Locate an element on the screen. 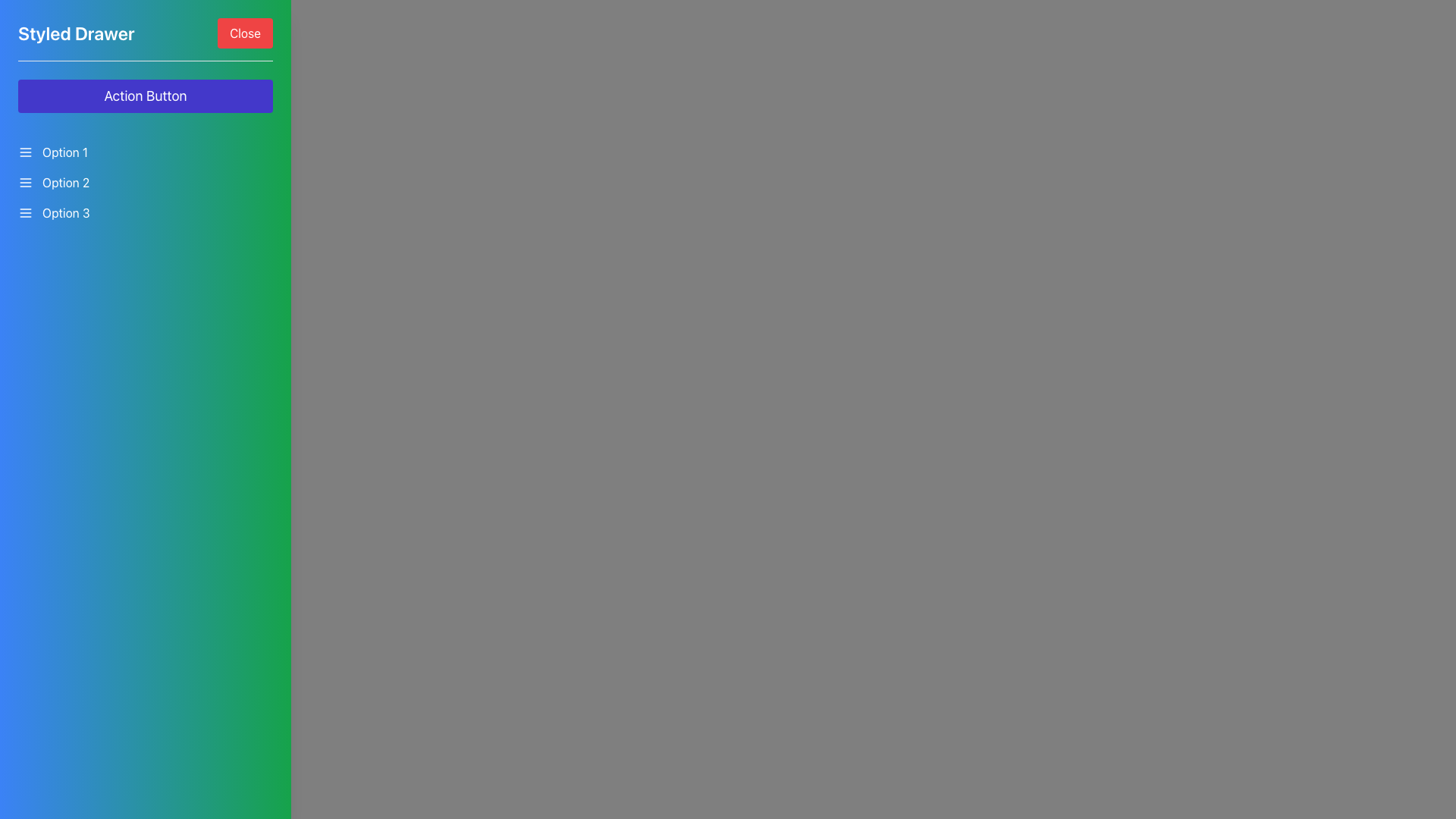  the group of labeled options with accompanying icons located below the 'Action Button', which includes 'Option 1', 'Option 2', and 'Option 3' is located at coordinates (146, 181).